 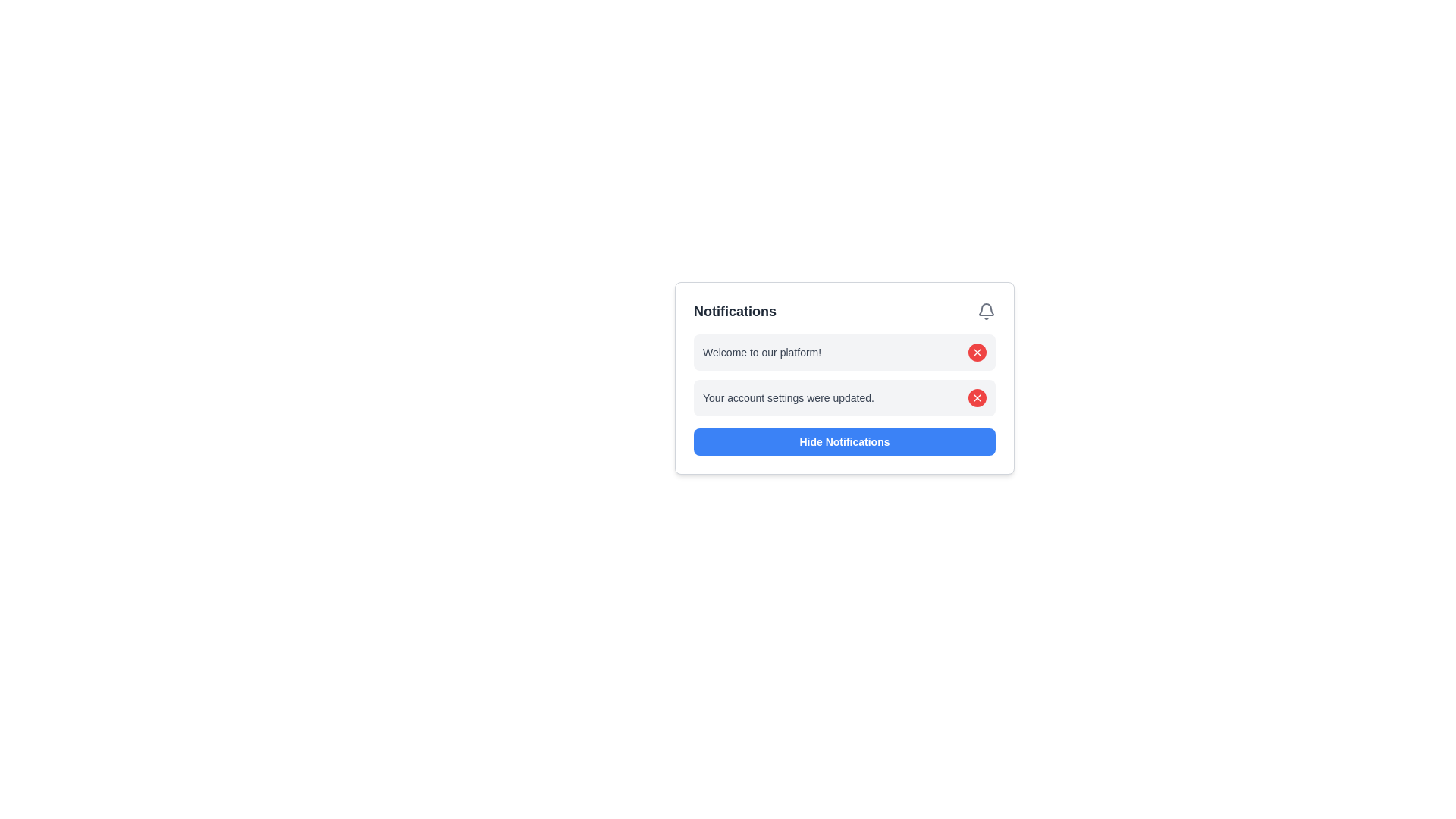 What do you see at coordinates (789, 397) in the screenshot?
I see `message displayed in the text snippet that says 'Your account settings were updated.' This message is located within the second notification item of the notification list, below the 'Welcome to our platform!' message` at bounding box center [789, 397].